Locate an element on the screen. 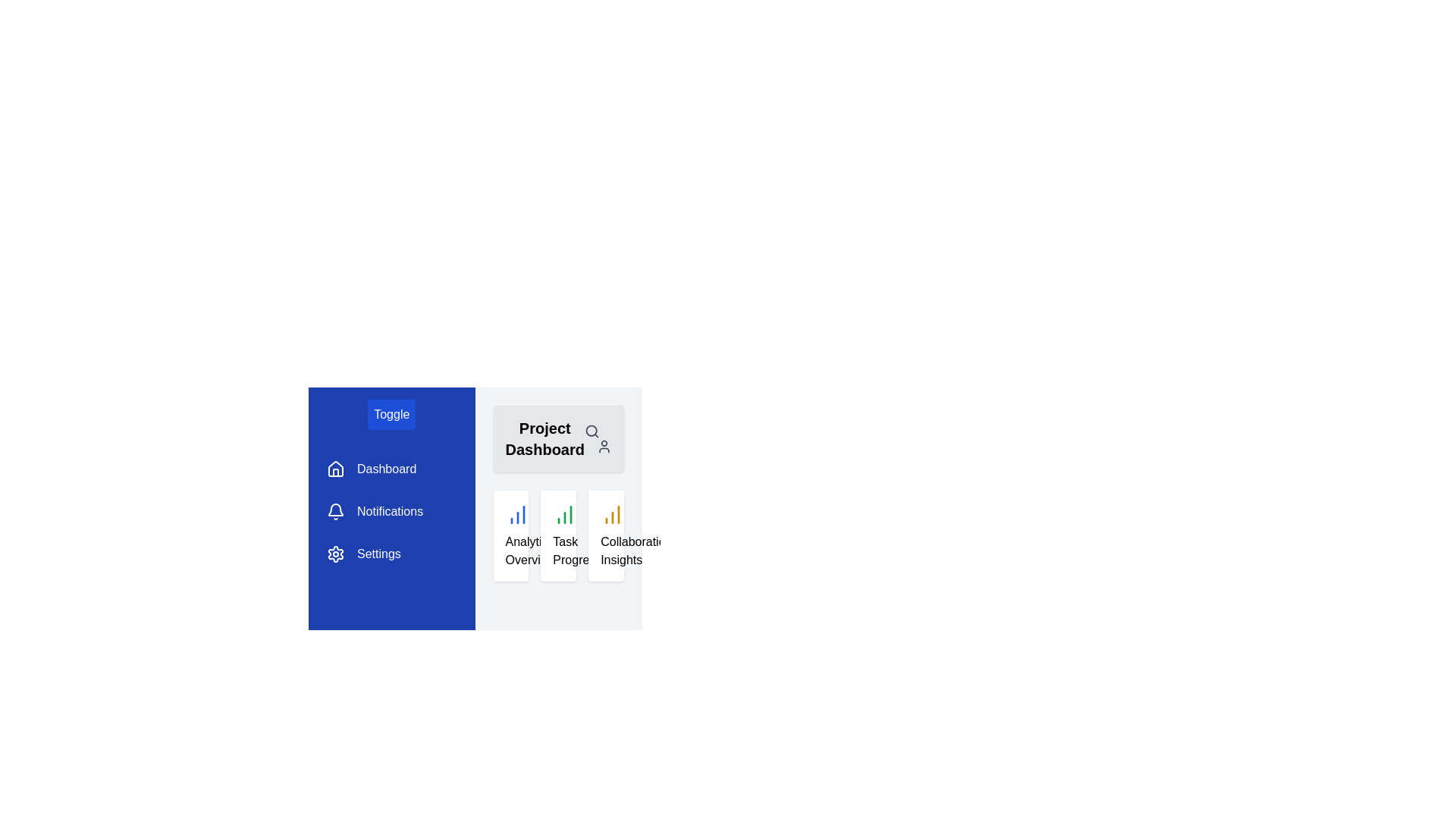  the analytics card located in the first column of the right panel, under the 'Project Dashboard' heading is located at coordinates (510, 535).